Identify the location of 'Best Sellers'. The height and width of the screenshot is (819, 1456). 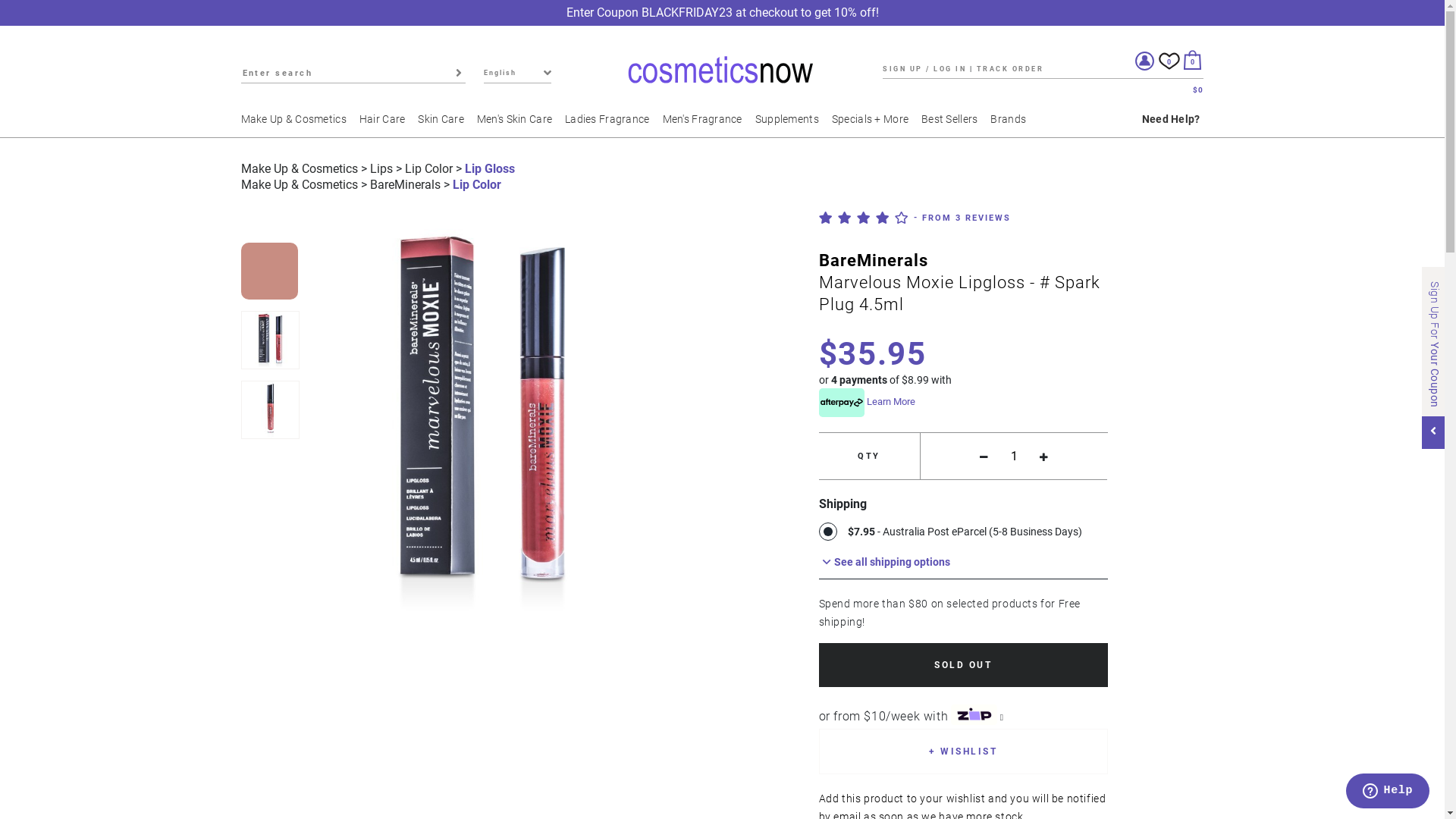
(952, 124).